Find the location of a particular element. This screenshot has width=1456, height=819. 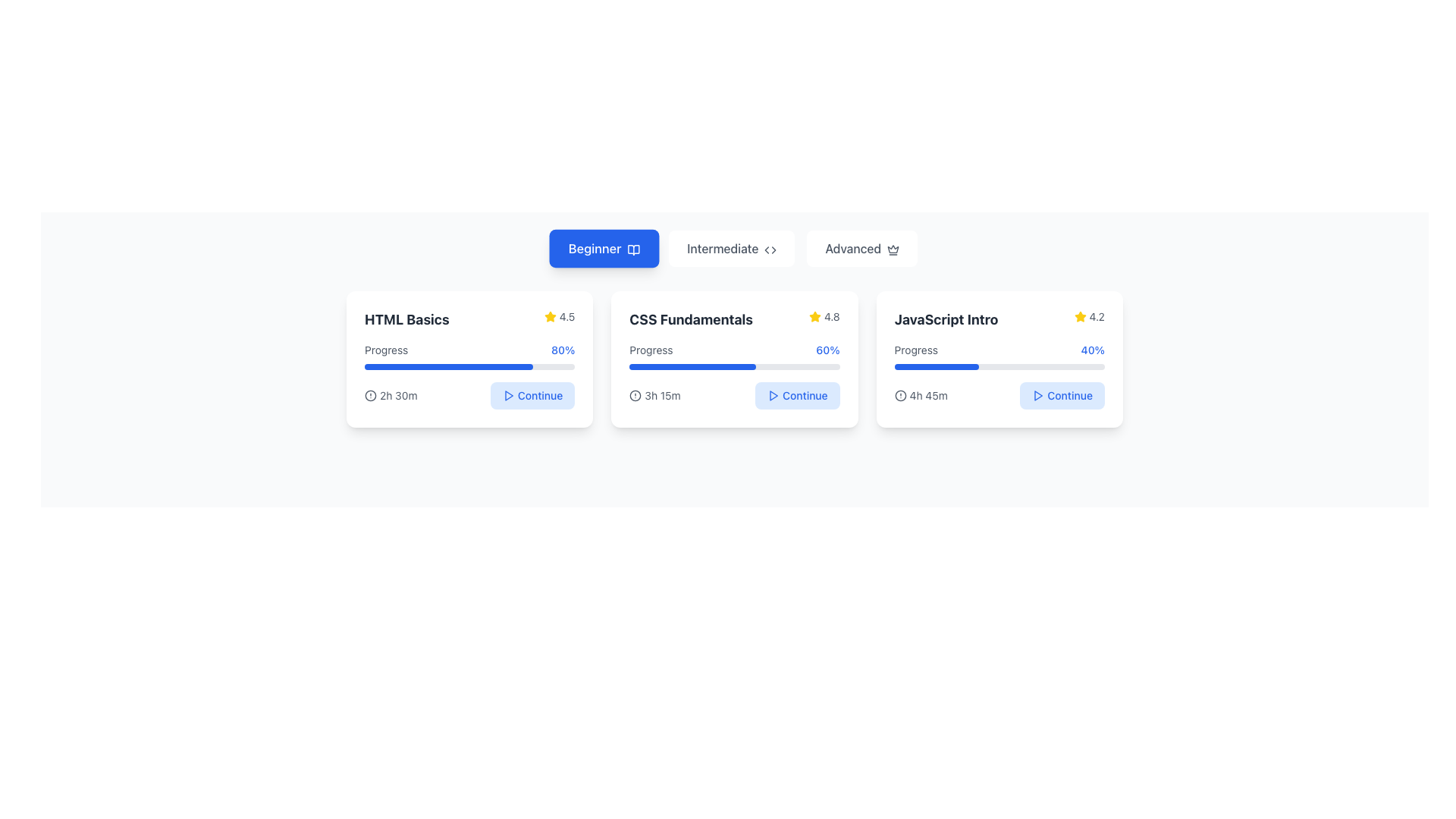

the rating for the course labeled 'CSS Fundamentals' which displays an average star rating of 4.8 is located at coordinates (735, 318).